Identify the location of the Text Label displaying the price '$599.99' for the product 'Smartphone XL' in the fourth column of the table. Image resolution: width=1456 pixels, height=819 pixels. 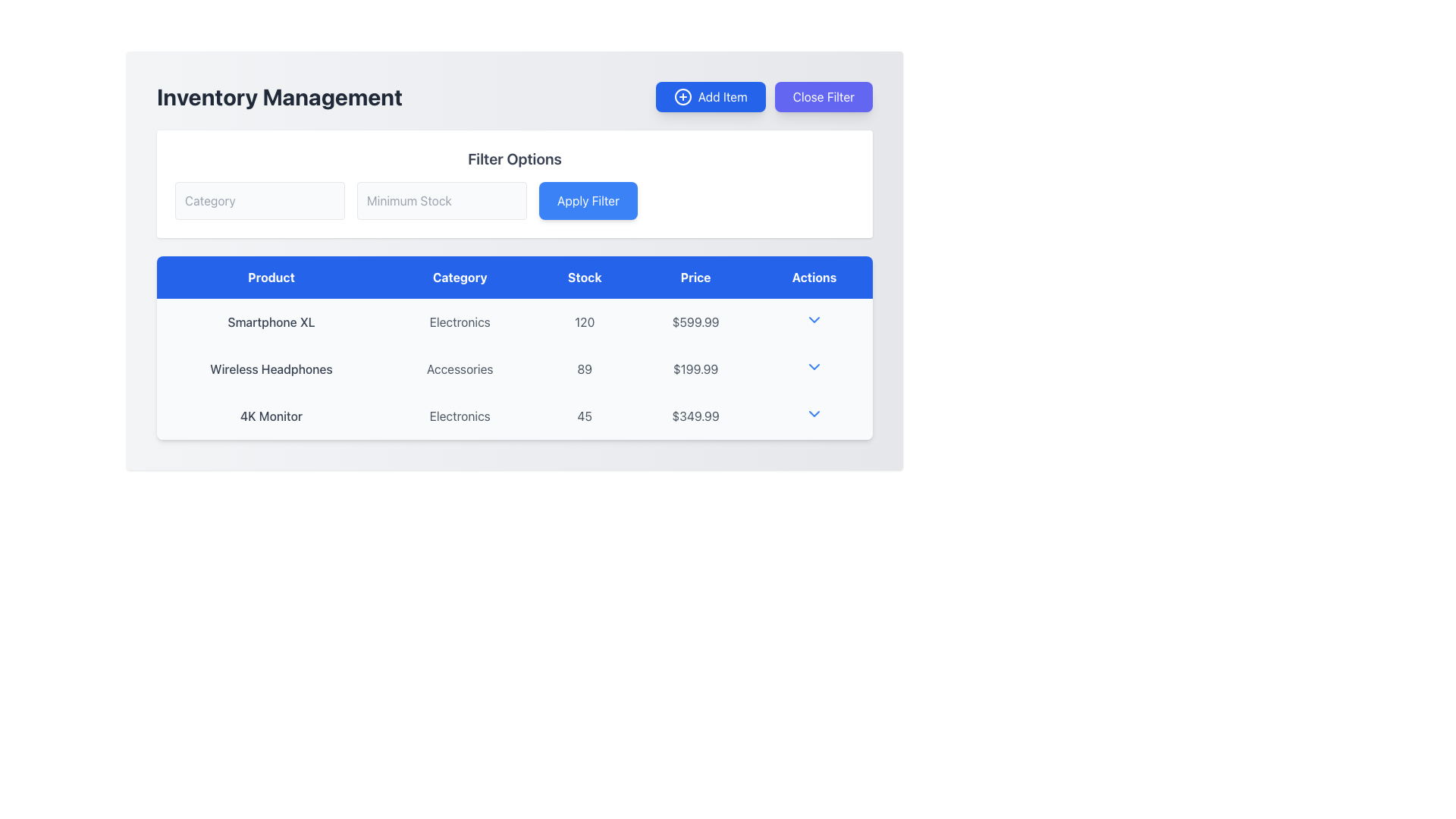
(695, 321).